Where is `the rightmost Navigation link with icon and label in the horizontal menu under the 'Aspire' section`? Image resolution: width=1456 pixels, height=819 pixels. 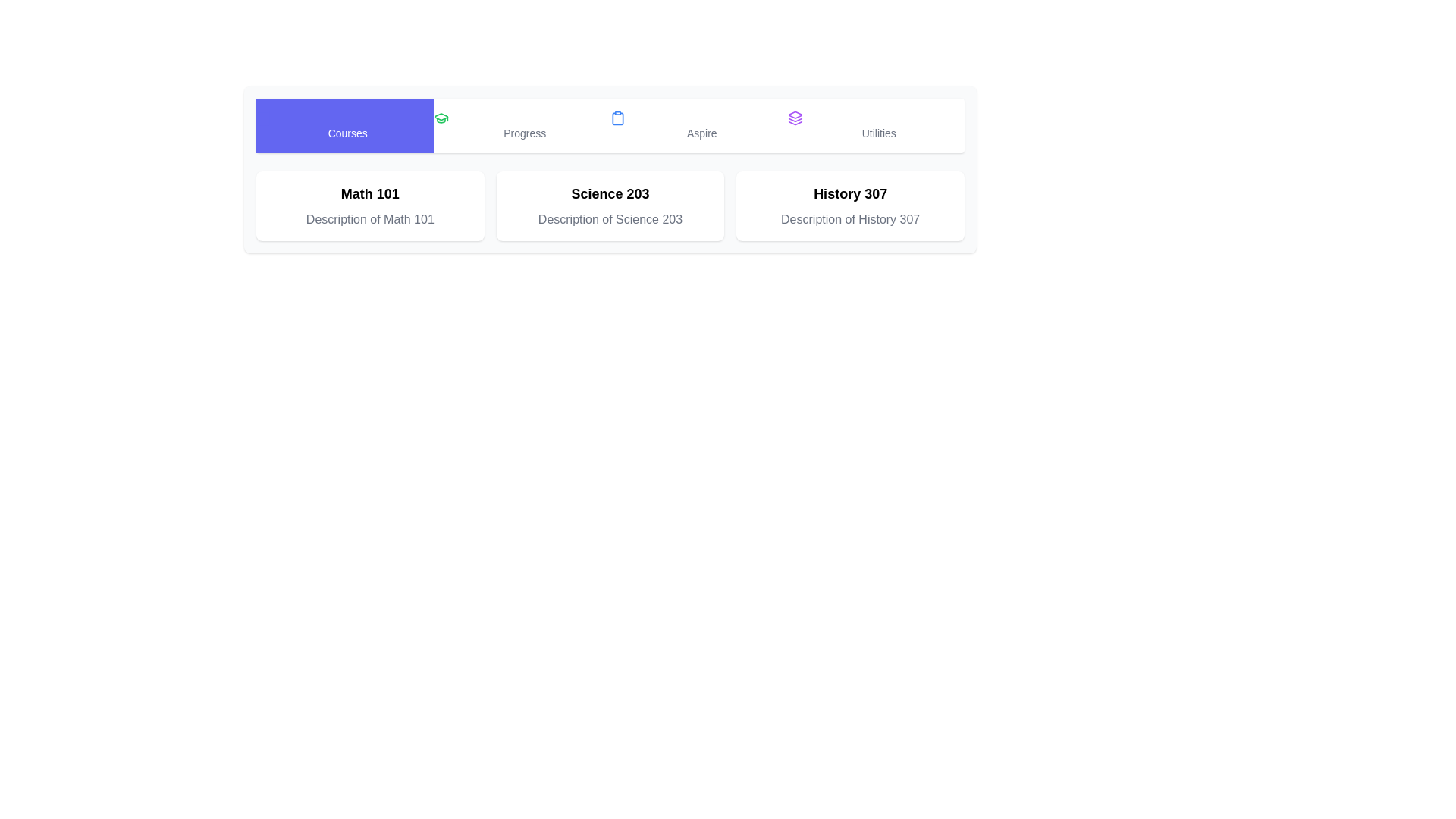 the rightmost Navigation link with icon and label in the horizontal menu under the 'Aspire' section is located at coordinates (876, 124).